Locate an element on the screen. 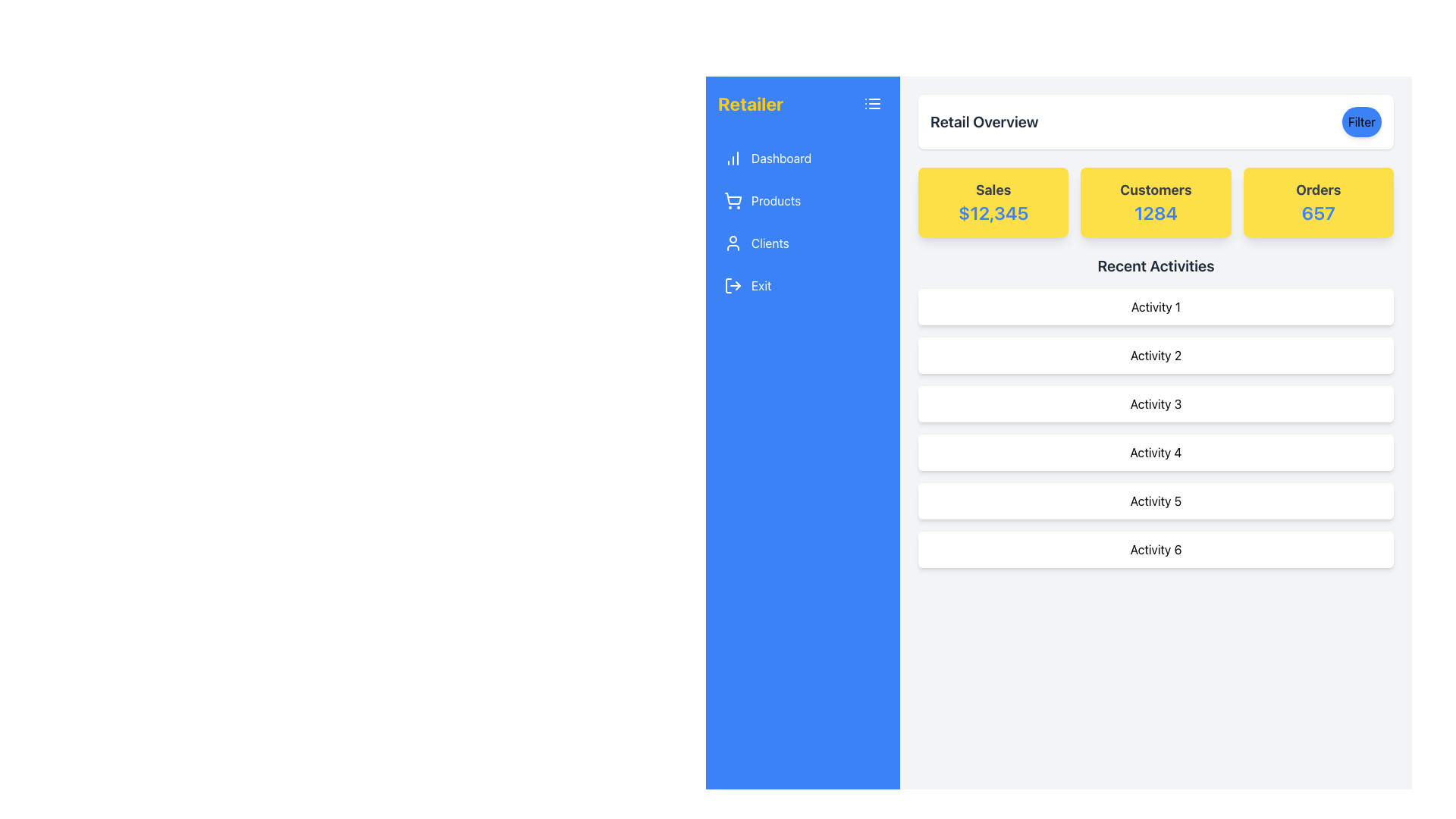 The image size is (1456, 819). the 'Products' icon located in the vertical menu bar is located at coordinates (733, 200).